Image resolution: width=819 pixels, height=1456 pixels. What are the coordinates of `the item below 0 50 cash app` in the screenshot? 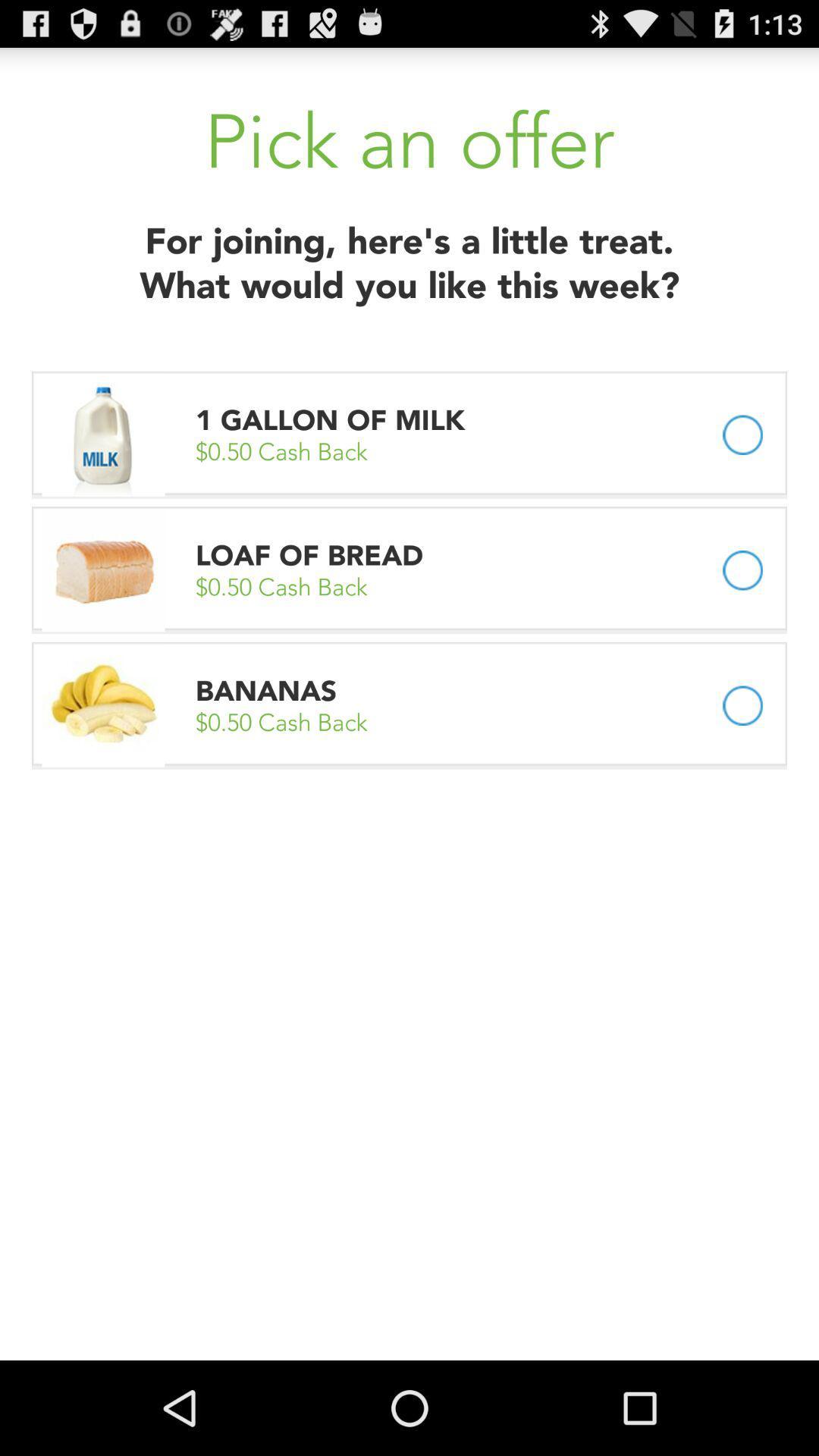 It's located at (265, 690).